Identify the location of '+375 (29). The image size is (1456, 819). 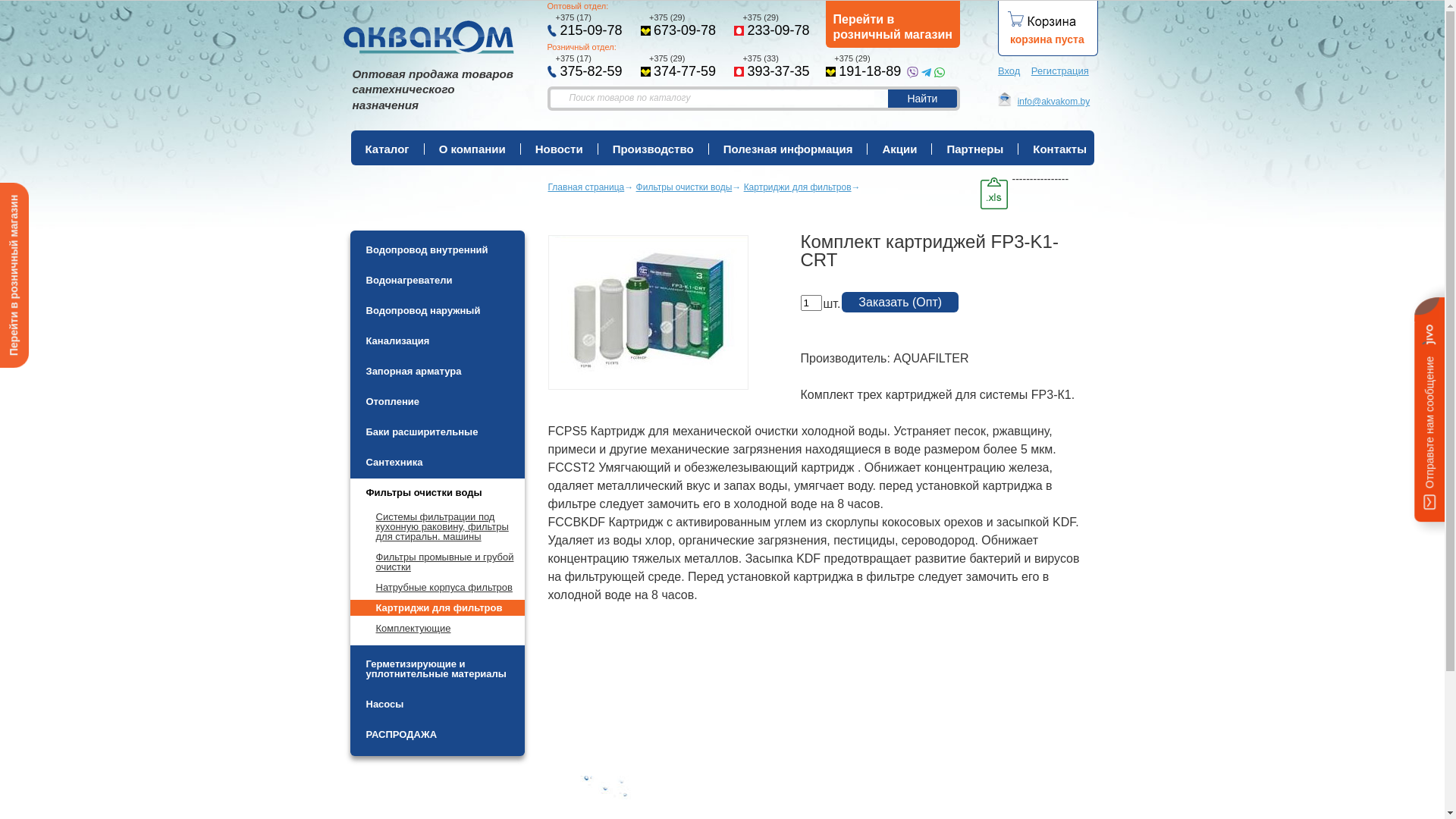
(863, 65).